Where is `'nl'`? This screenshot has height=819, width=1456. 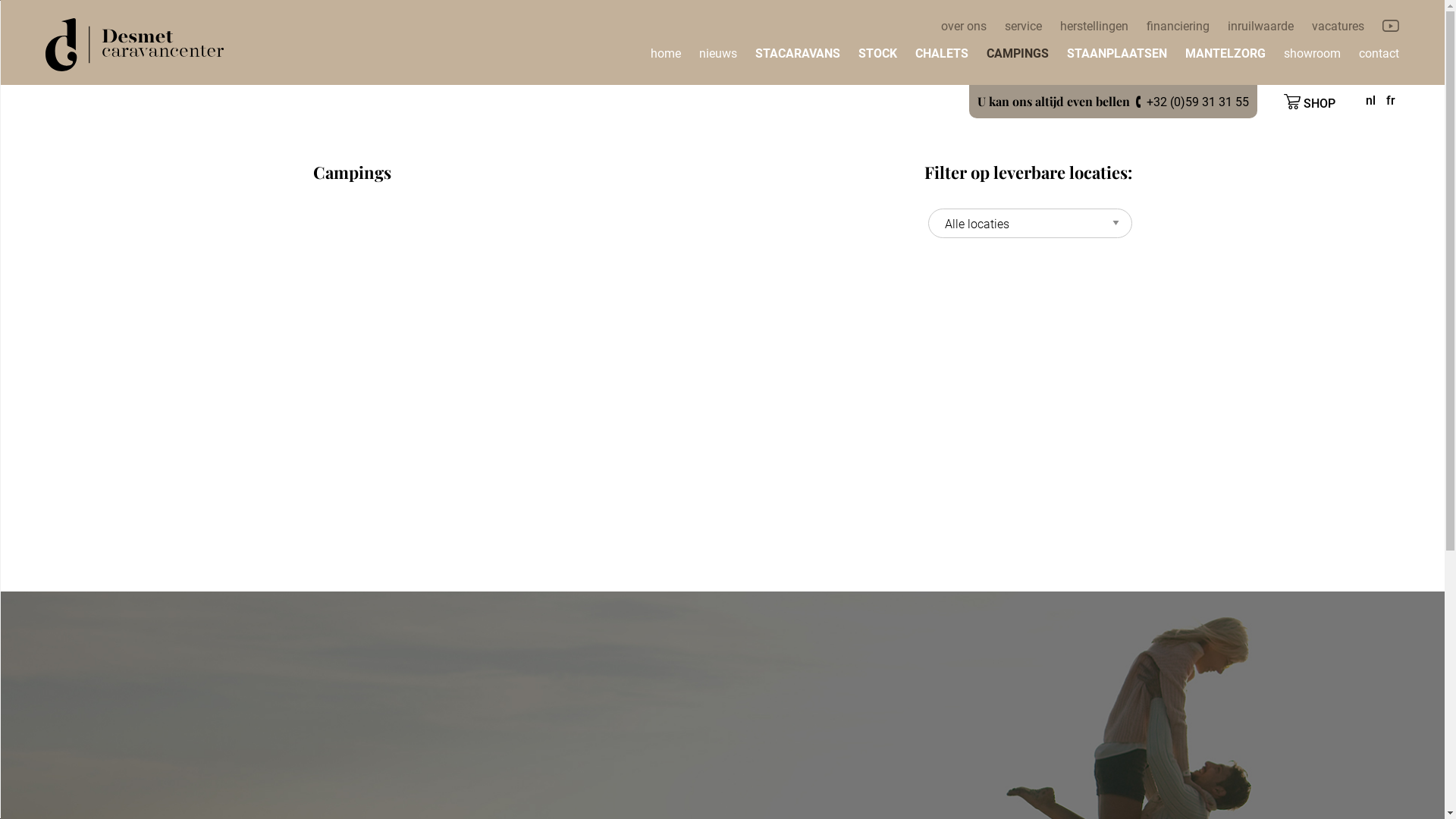
'nl' is located at coordinates (1370, 100).